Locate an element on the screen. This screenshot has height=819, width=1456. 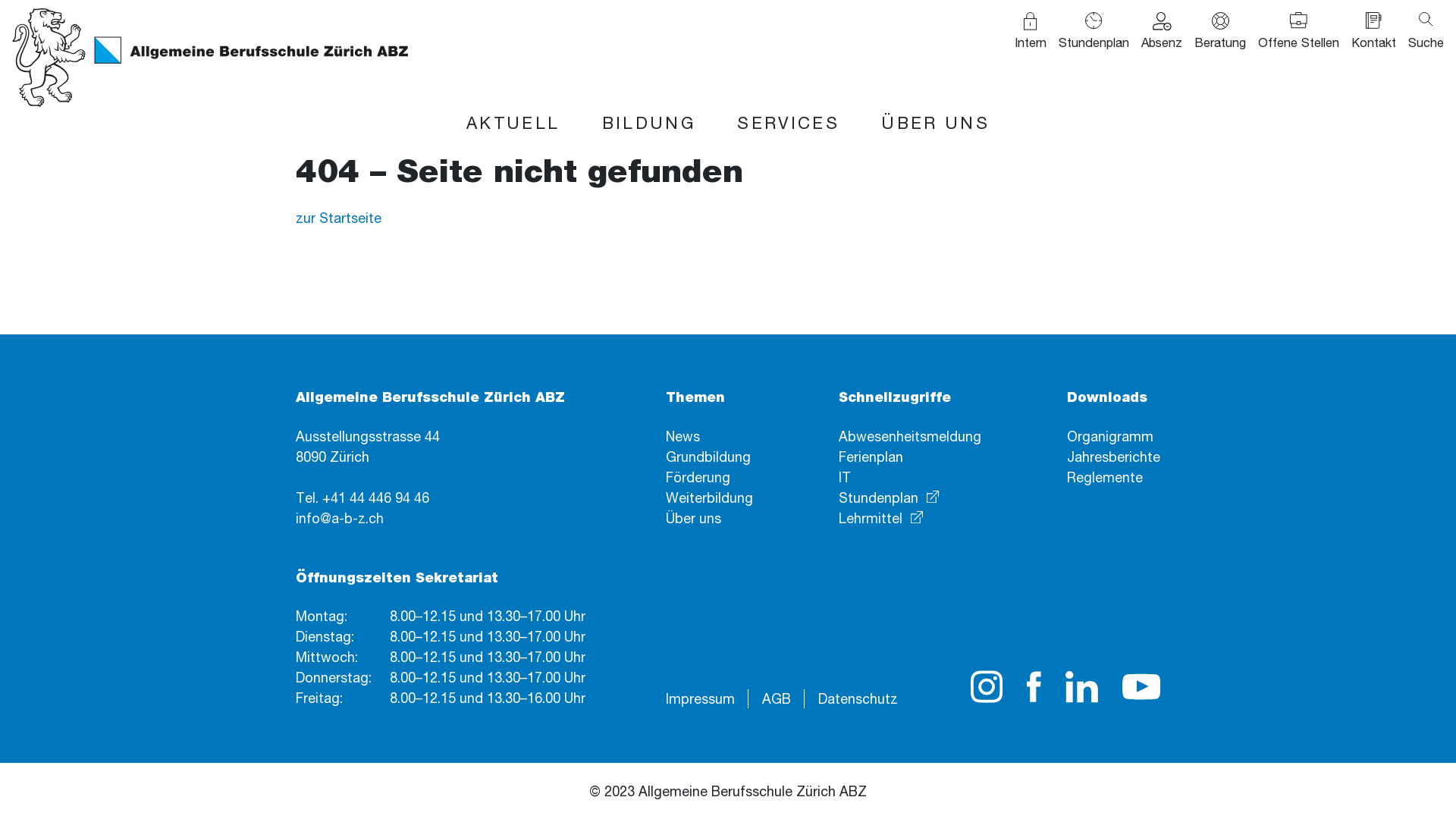
'Ferienplan' is located at coordinates (871, 455).